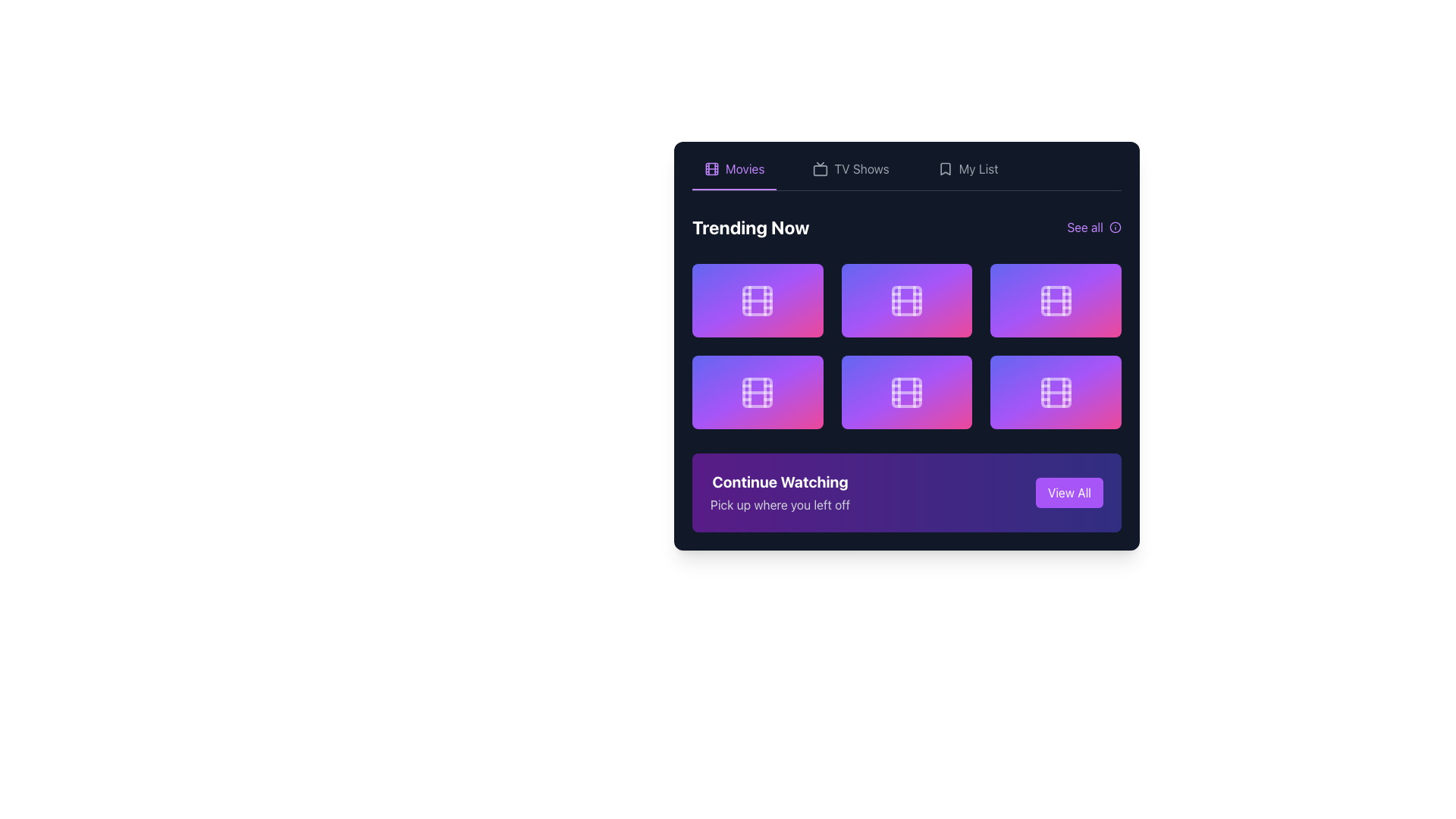 This screenshot has width=1456, height=819. What do you see at coordinates (906, 391) in the screenshot?
I see `the media content card in the 'Trending Now' section, located in the second row and second column of the grid layout` at bounding box center [906, 391].